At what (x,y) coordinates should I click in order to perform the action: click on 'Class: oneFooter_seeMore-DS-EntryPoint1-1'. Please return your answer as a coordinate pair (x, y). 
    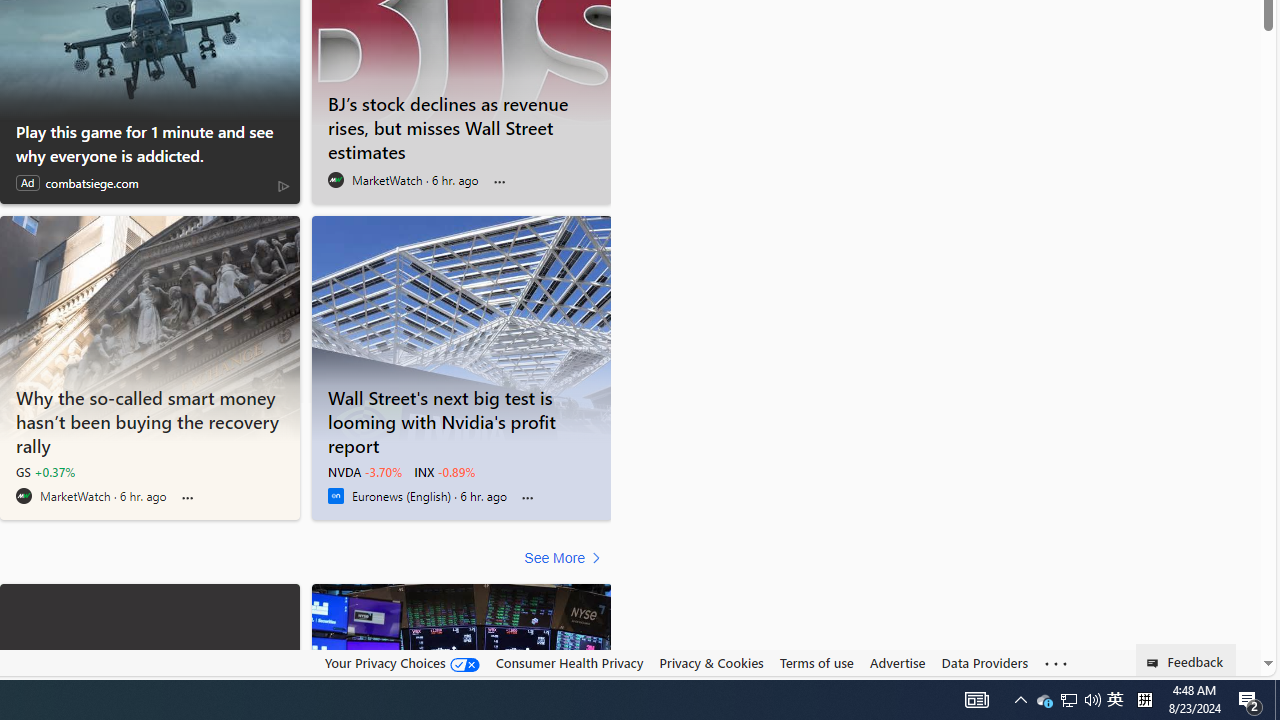
    Looking at the image, I should click on (1055, 663).